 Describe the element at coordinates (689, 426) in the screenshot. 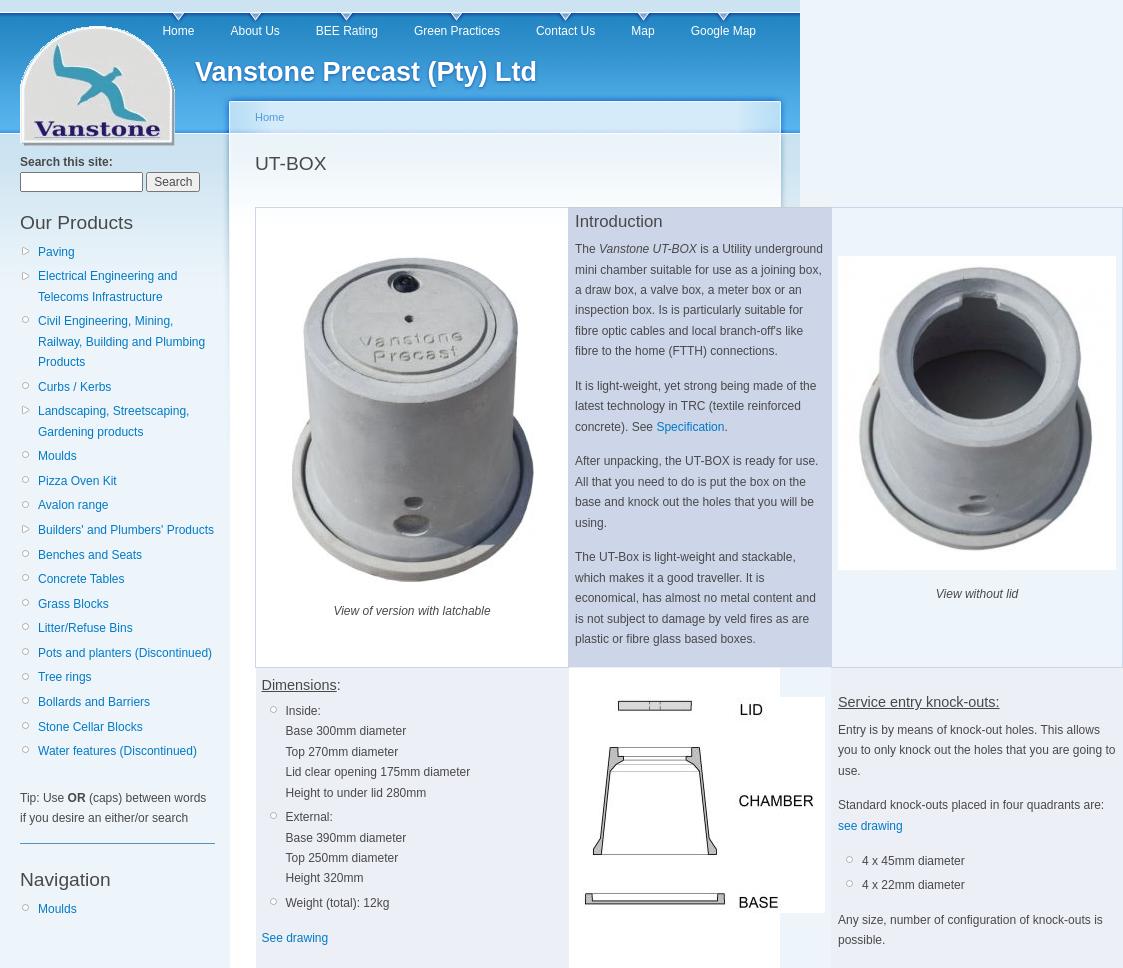

I see `'Specification'` at that location.